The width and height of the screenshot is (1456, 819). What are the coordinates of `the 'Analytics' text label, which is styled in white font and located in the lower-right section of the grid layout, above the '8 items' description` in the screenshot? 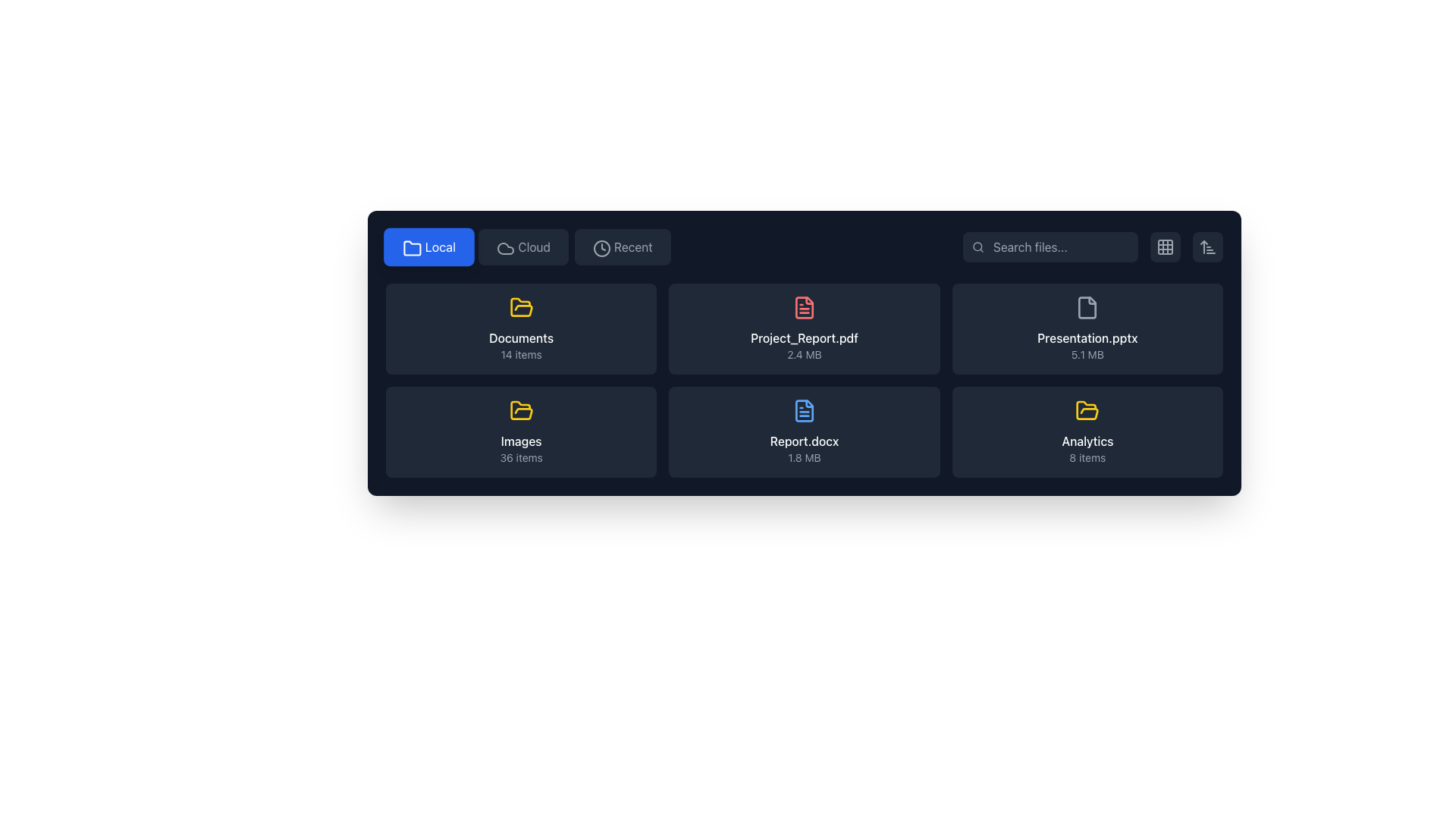 It's located at (1087, 441).